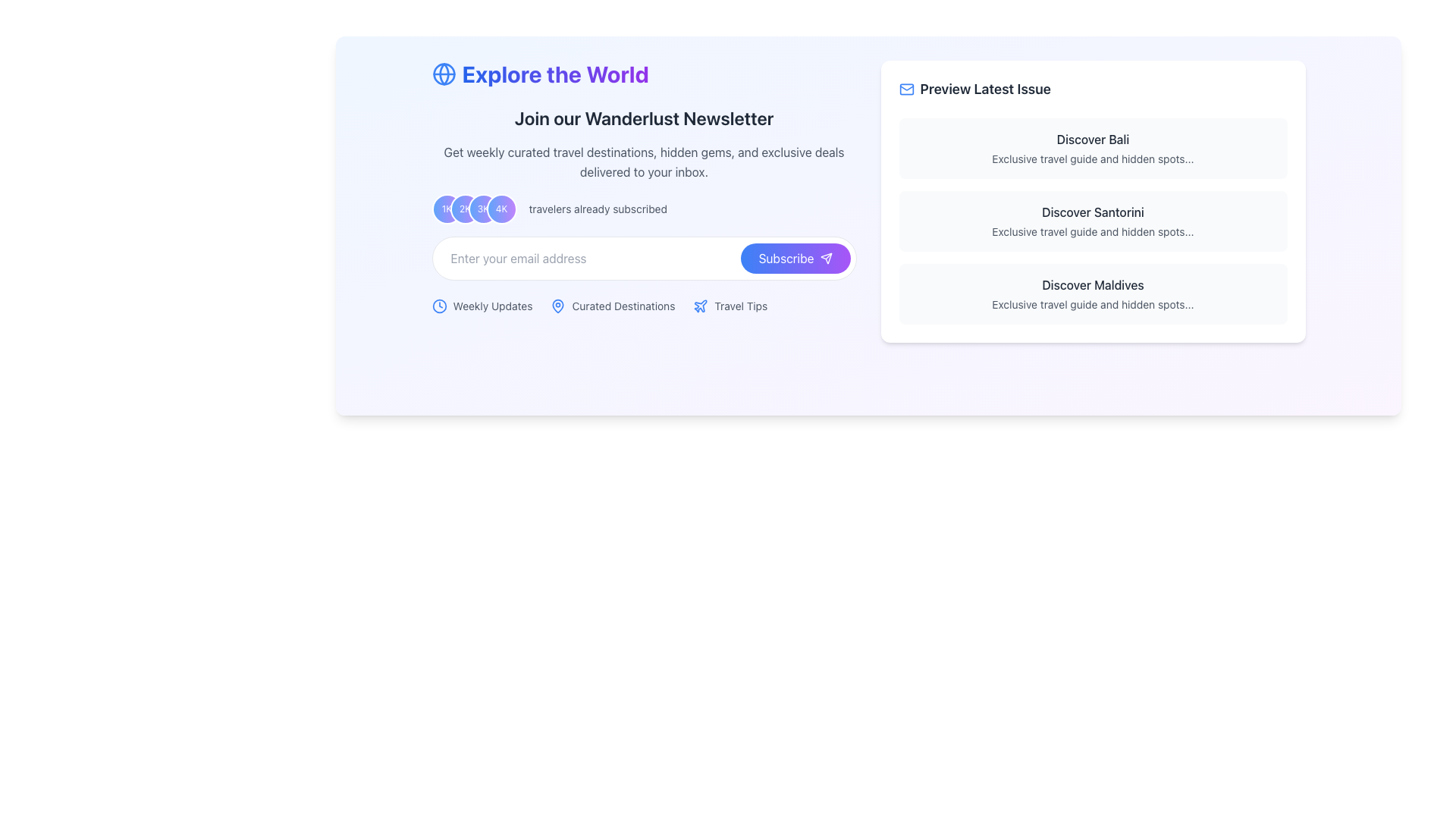 The width and height of the screenshot is (1456, 819). I want to click on the static text element that reads 'Join our Wanderlust Newsletter', which is prominently styled and centrally aligned at the top of its section, so click(644, 117).